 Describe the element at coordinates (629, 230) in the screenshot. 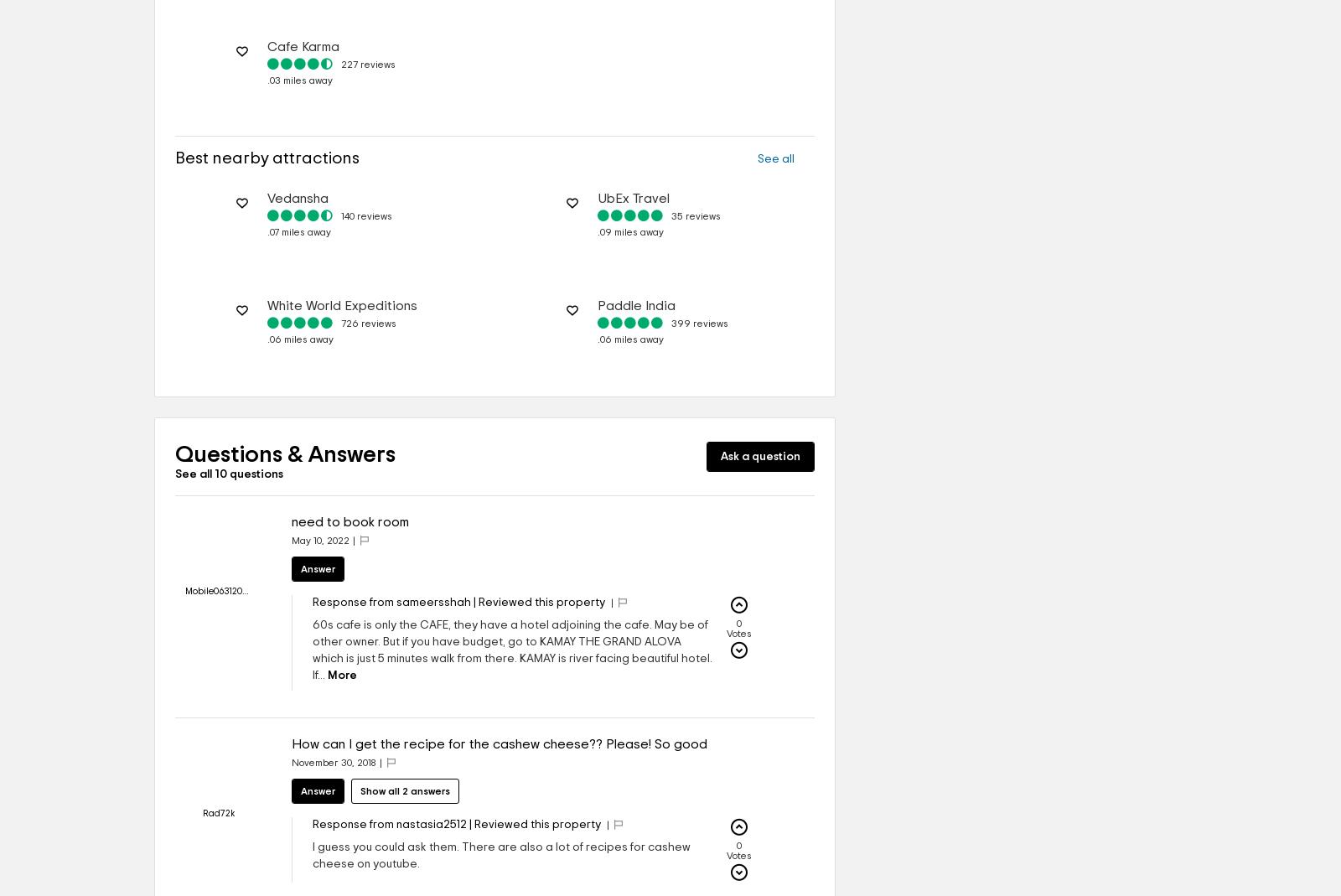

I see `'.09 miles away'` at that location.